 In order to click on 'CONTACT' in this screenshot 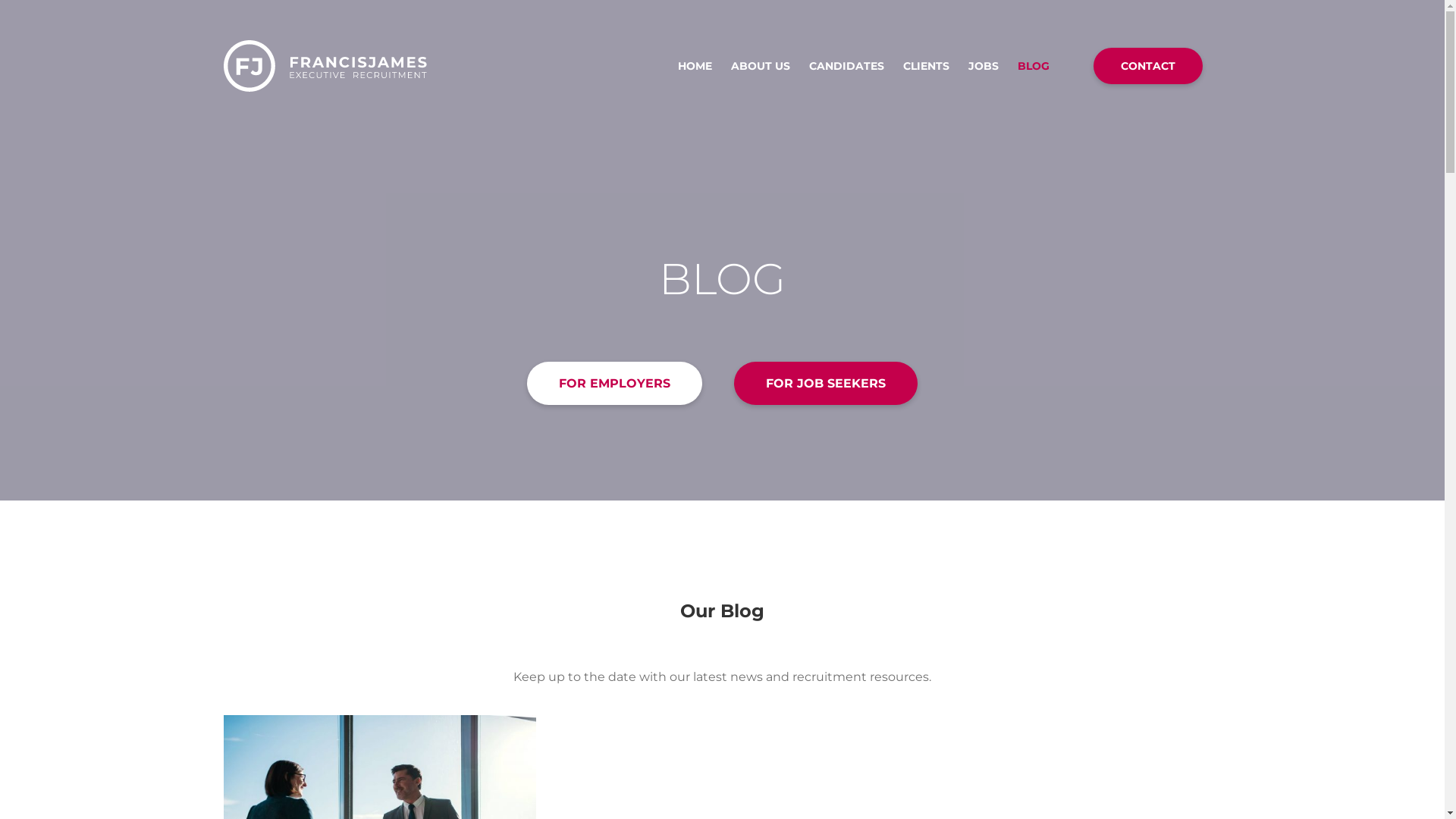, I will do `click(1147, 65)`.